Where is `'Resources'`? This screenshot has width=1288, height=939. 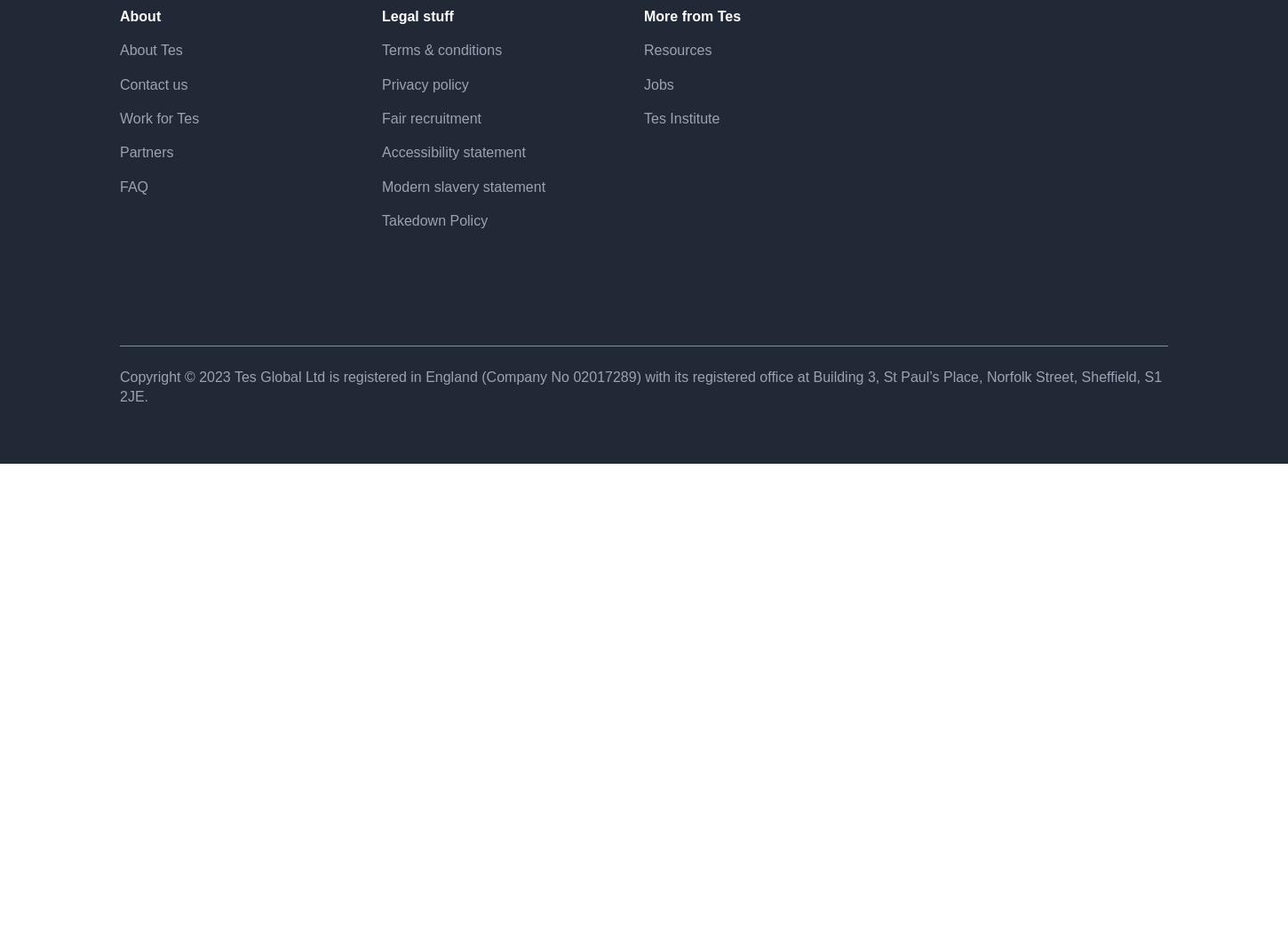
'Resources' is located at coordinates (677, 111).